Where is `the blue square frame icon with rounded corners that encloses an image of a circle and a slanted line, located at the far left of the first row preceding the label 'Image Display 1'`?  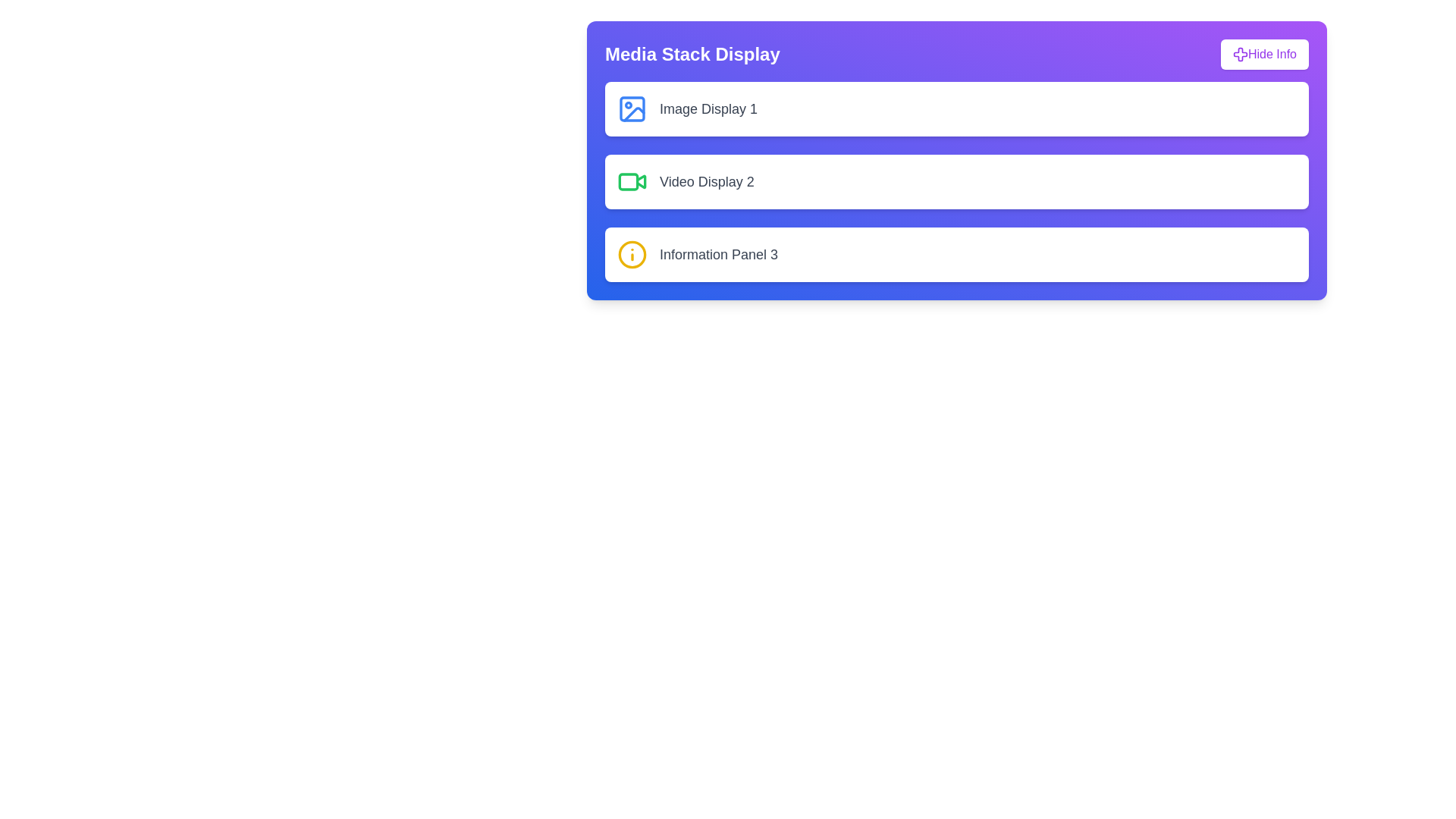 the blue square frame icon with rounded corners that encloses an image of a circle and a slanted line, located at the far left of the first row preceding the label 'Image Display 1' is located at coordinates (632, 108).